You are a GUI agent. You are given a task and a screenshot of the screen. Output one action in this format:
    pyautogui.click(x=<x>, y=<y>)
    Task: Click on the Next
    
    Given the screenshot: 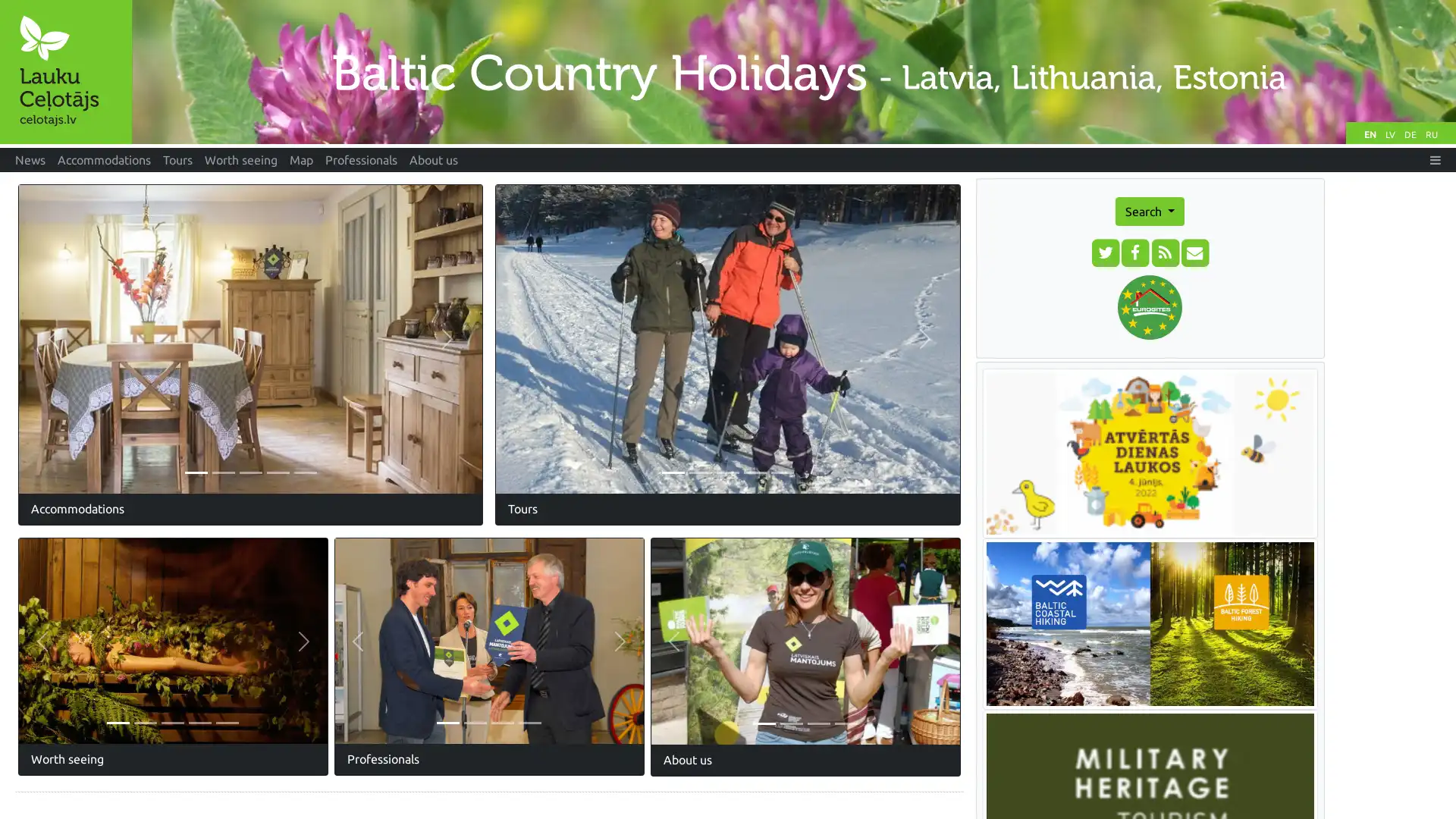 What is the action you would take?
    pyautogui.click(x=303, y=641)
    